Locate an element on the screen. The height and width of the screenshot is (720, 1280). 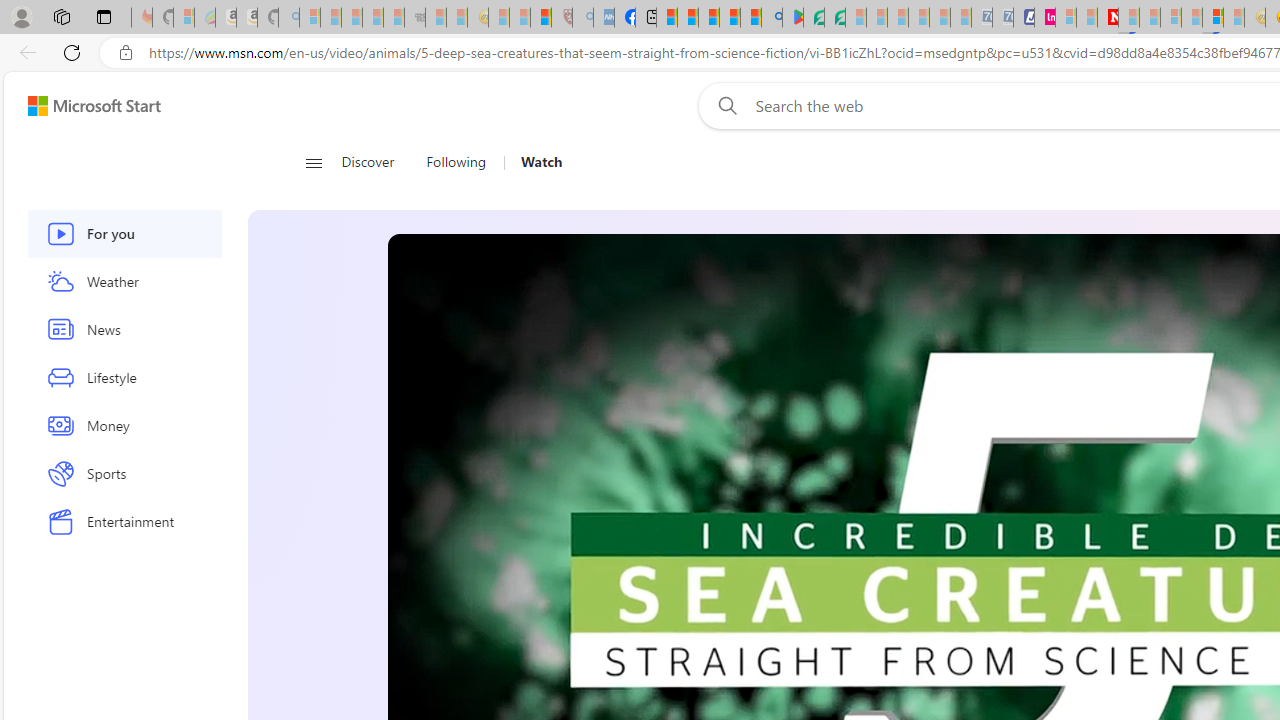
'Cheap Car Rentals - Save70.com - Sleeping' is located at coordinates (981, 17).